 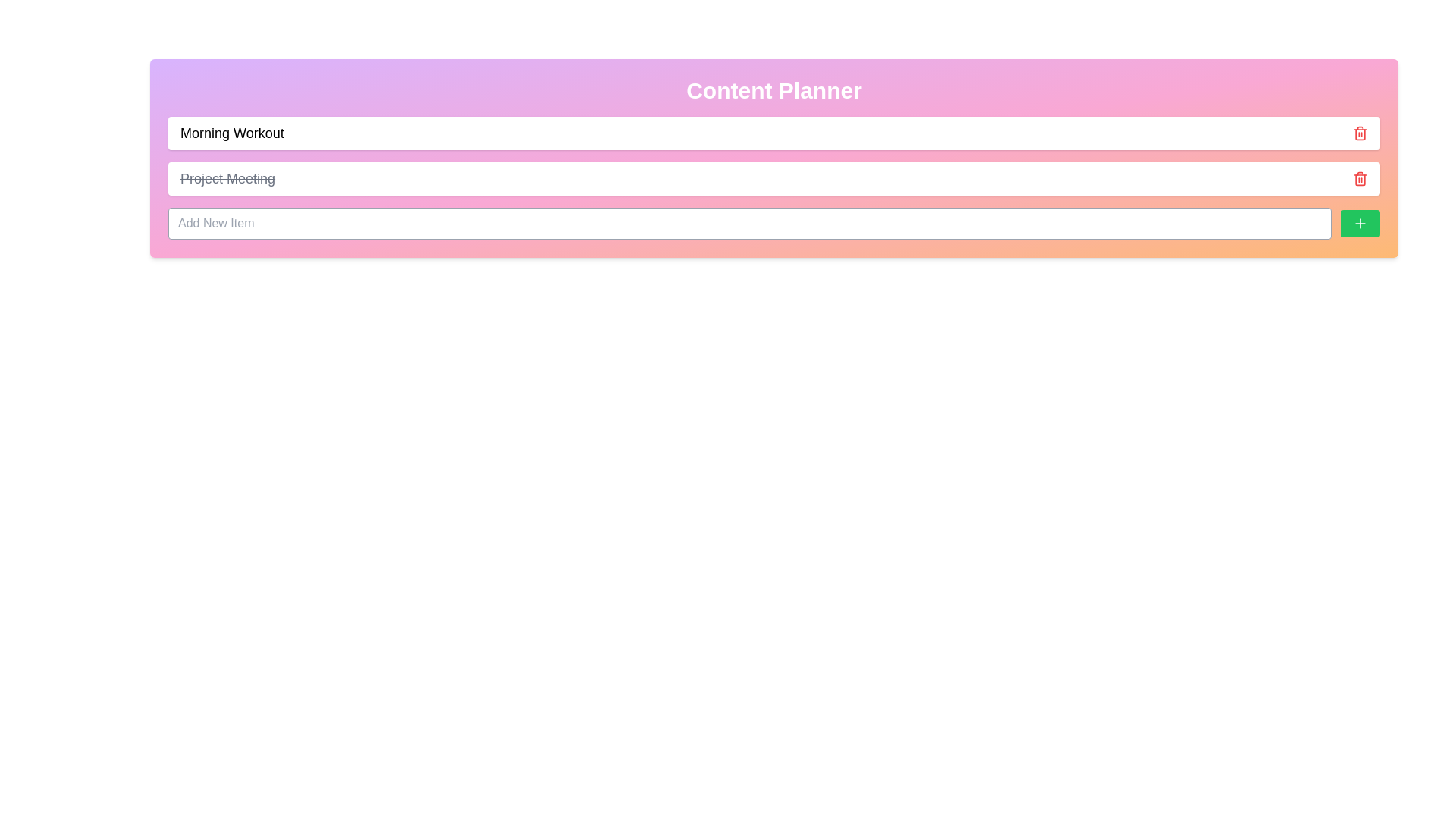 I want to click on the green rectangular button with a white plus icon, so click(x=1360, y=223).